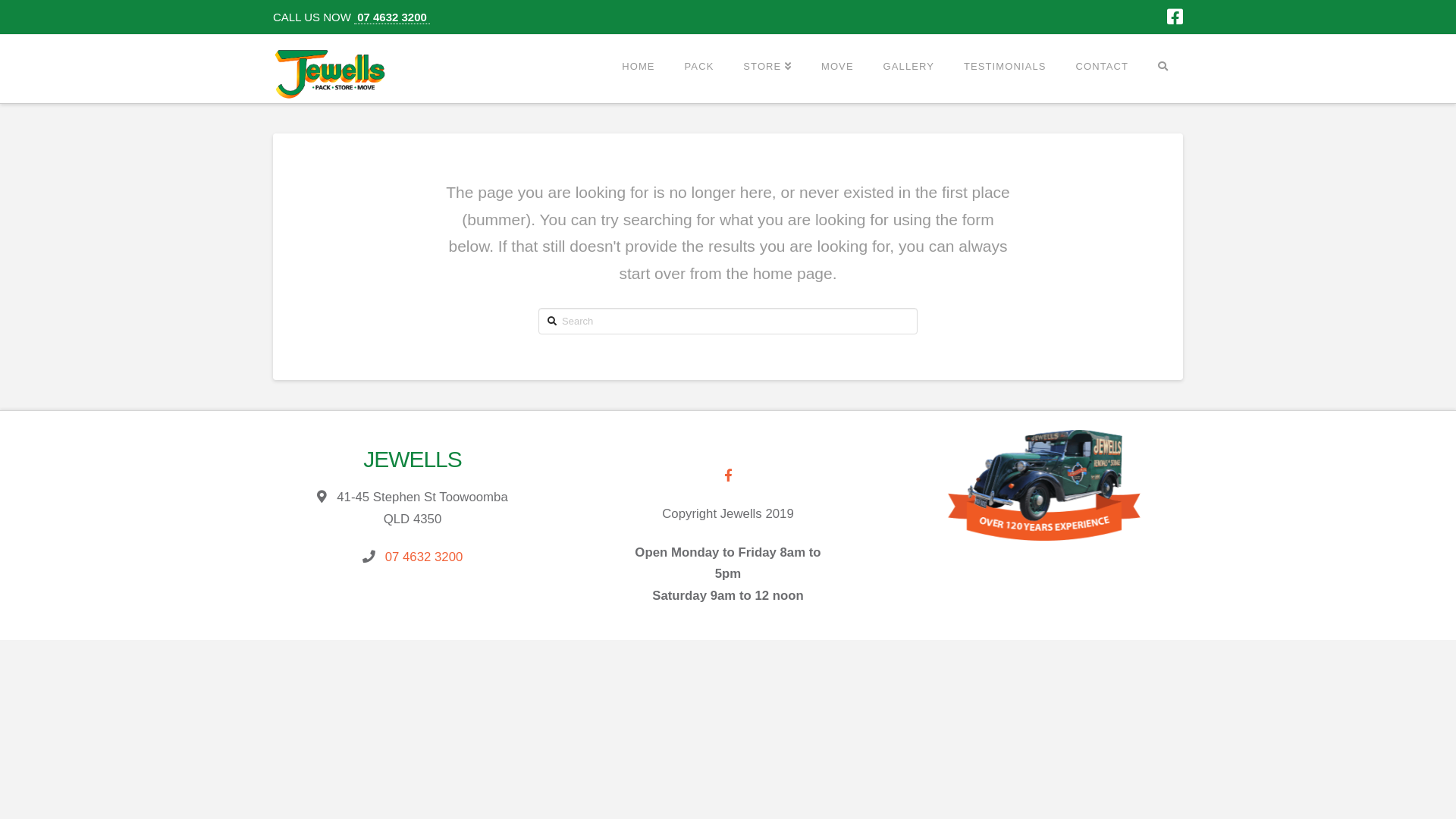  Describe the element at coordinates (424, 557) in the screenshot. I see `'07 4632 3200'` at that location.